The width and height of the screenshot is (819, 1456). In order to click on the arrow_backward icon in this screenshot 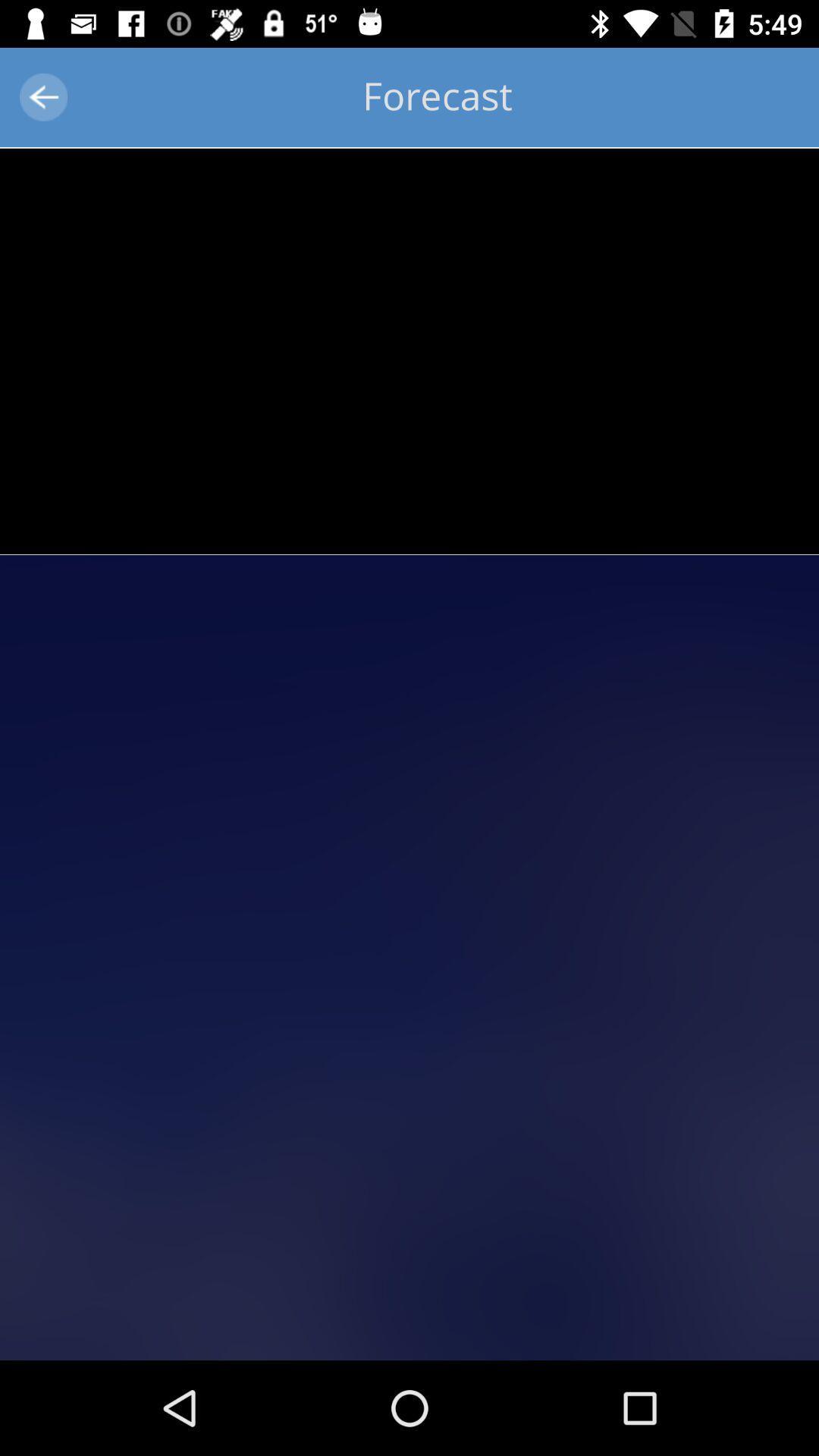, I will do `click(42, 96)`.